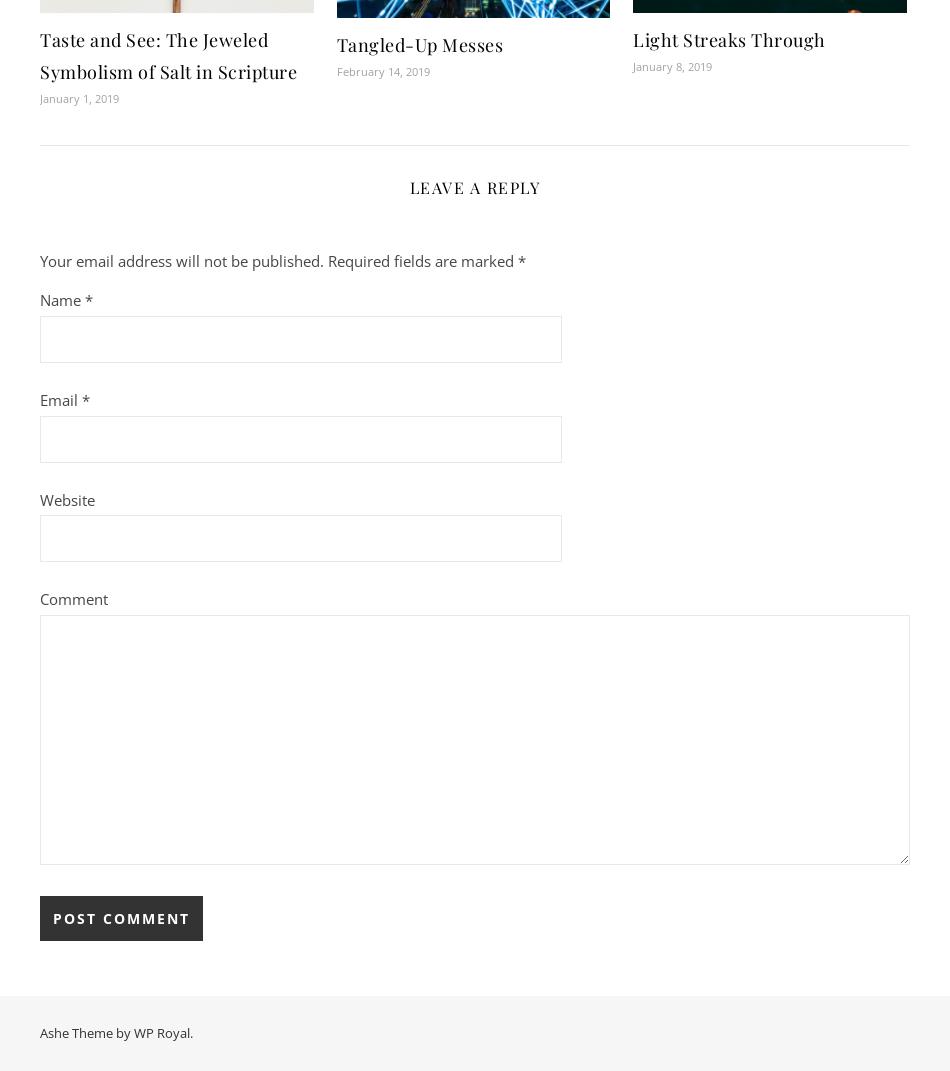  Describe the element at coordinates (62, 299) in the screenshot. I see `'Name'` at that location.